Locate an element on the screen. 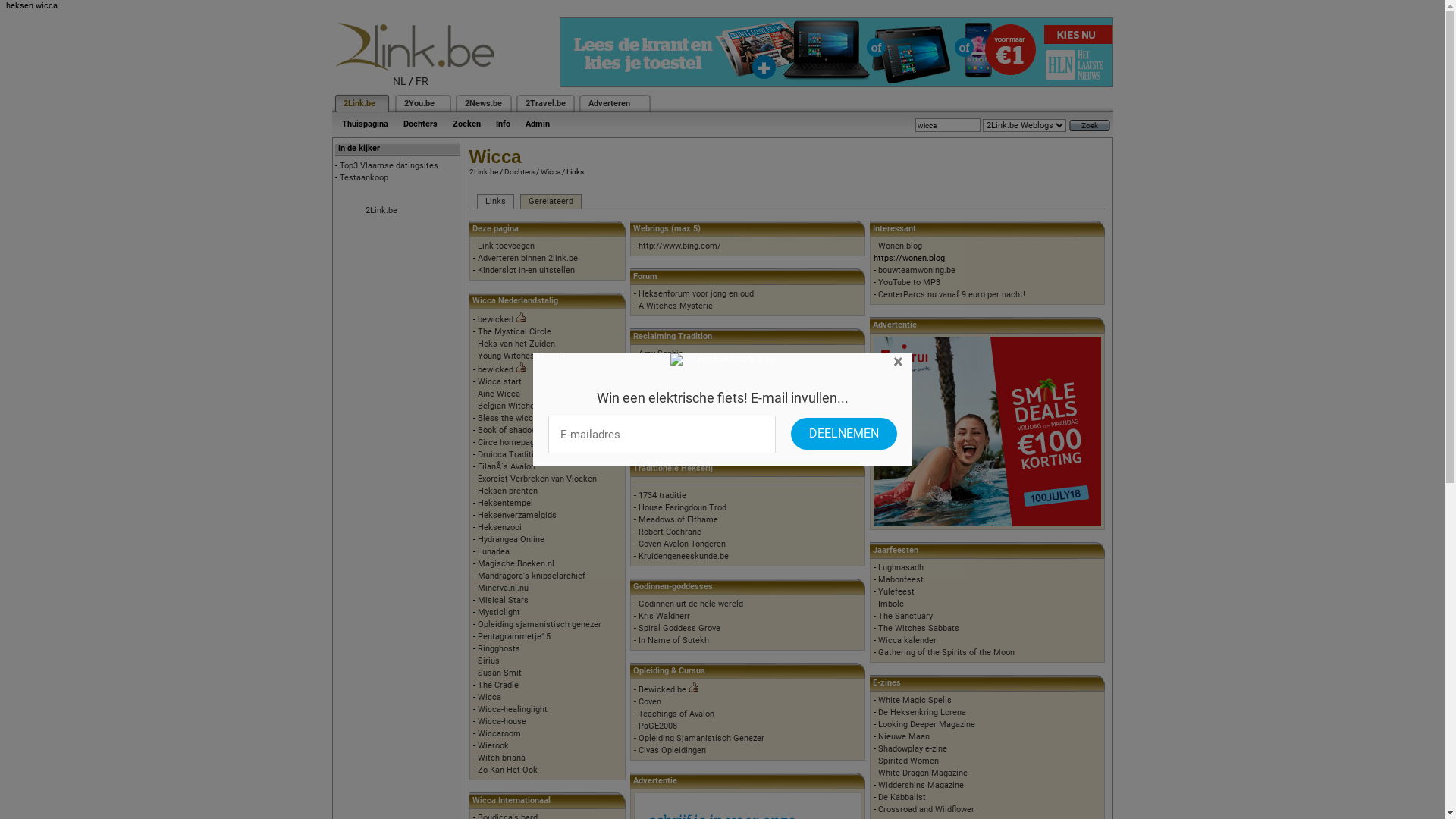 The height and width of the screenshot is (819, 1456). 'Adverteren binnen 2link.be' is located at coordinates (528, 257).